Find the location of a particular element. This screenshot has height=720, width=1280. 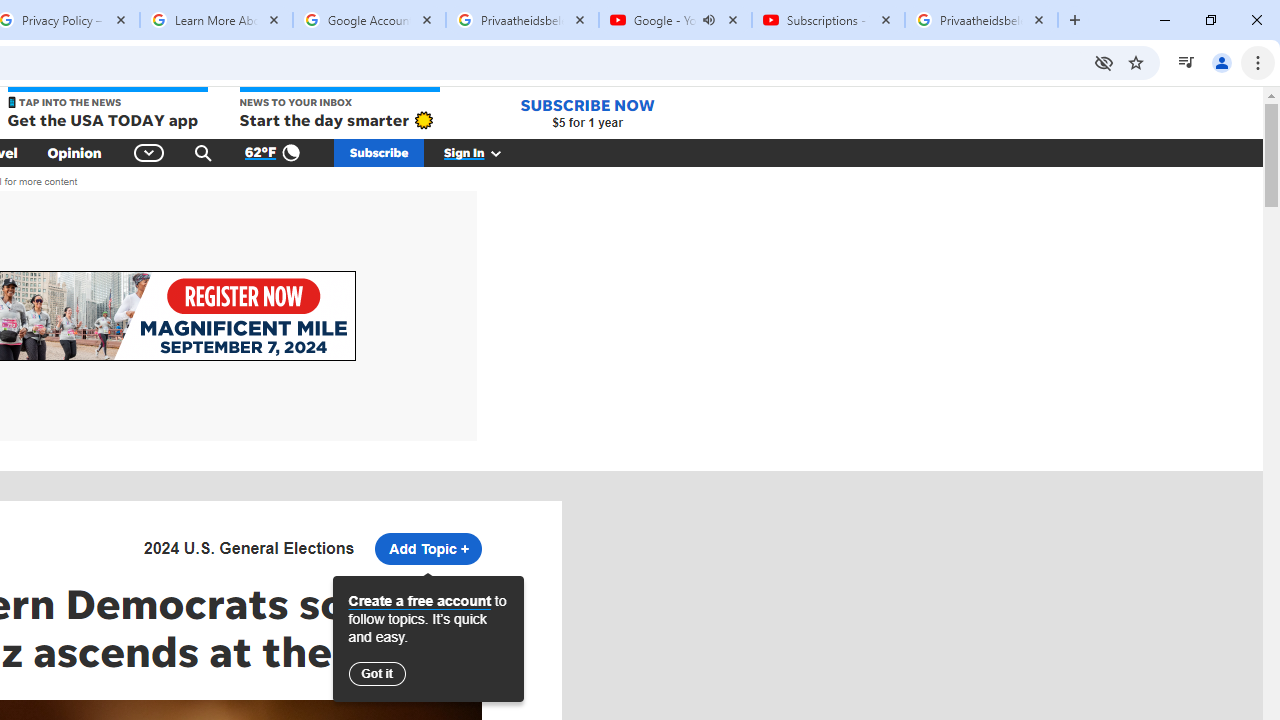

'Bookmark this tab' is located at coordinates (1136, 61).